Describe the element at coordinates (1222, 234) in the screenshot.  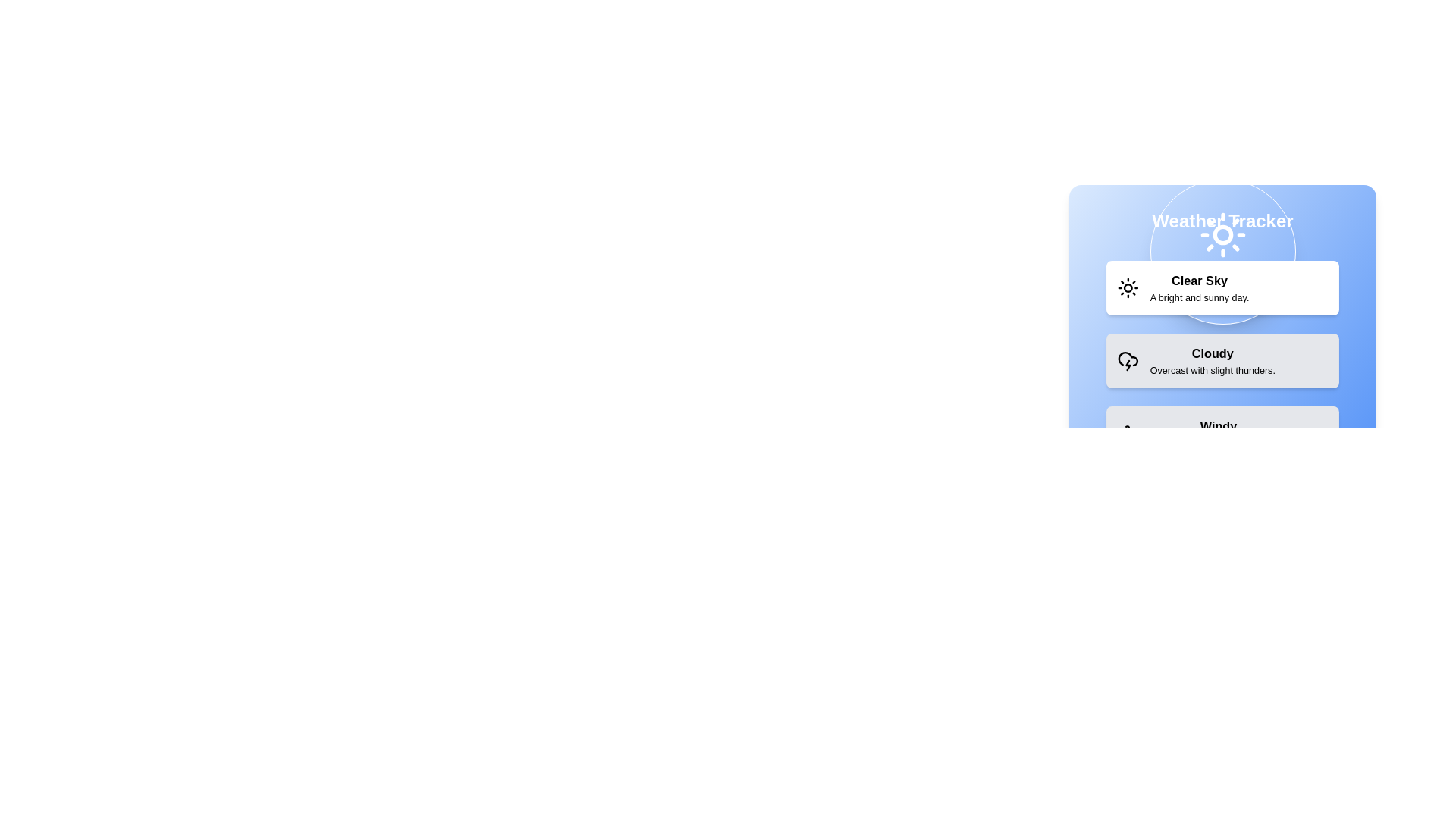
I see `the sun-shaped icon located at the top section of the interface, which is part of the 'Clear Sky' section, directly below the 'Weather Tracker' header` at that location.